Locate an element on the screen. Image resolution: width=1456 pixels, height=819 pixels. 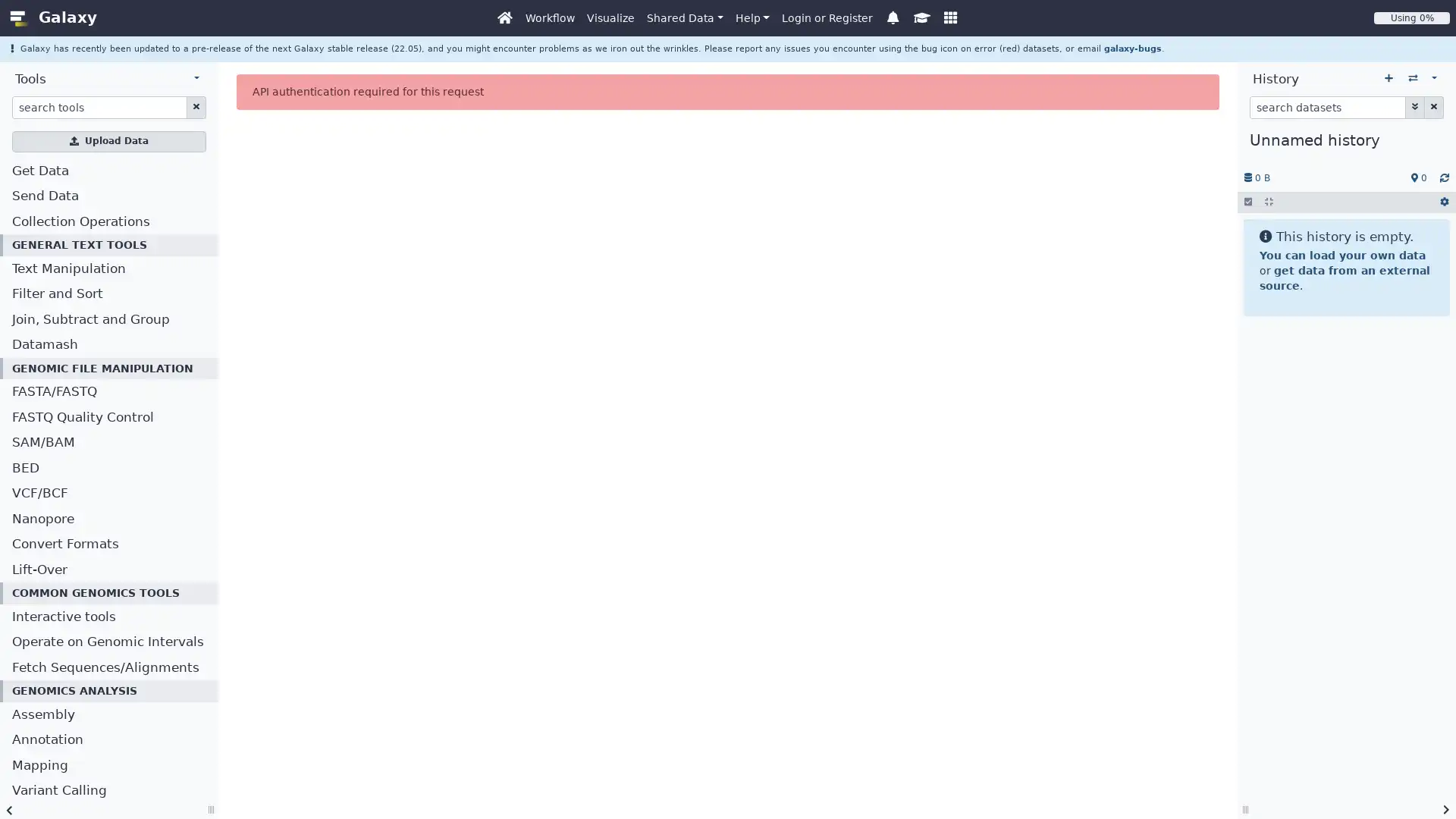
clear search (esc) is located at coordinates (195, 106).